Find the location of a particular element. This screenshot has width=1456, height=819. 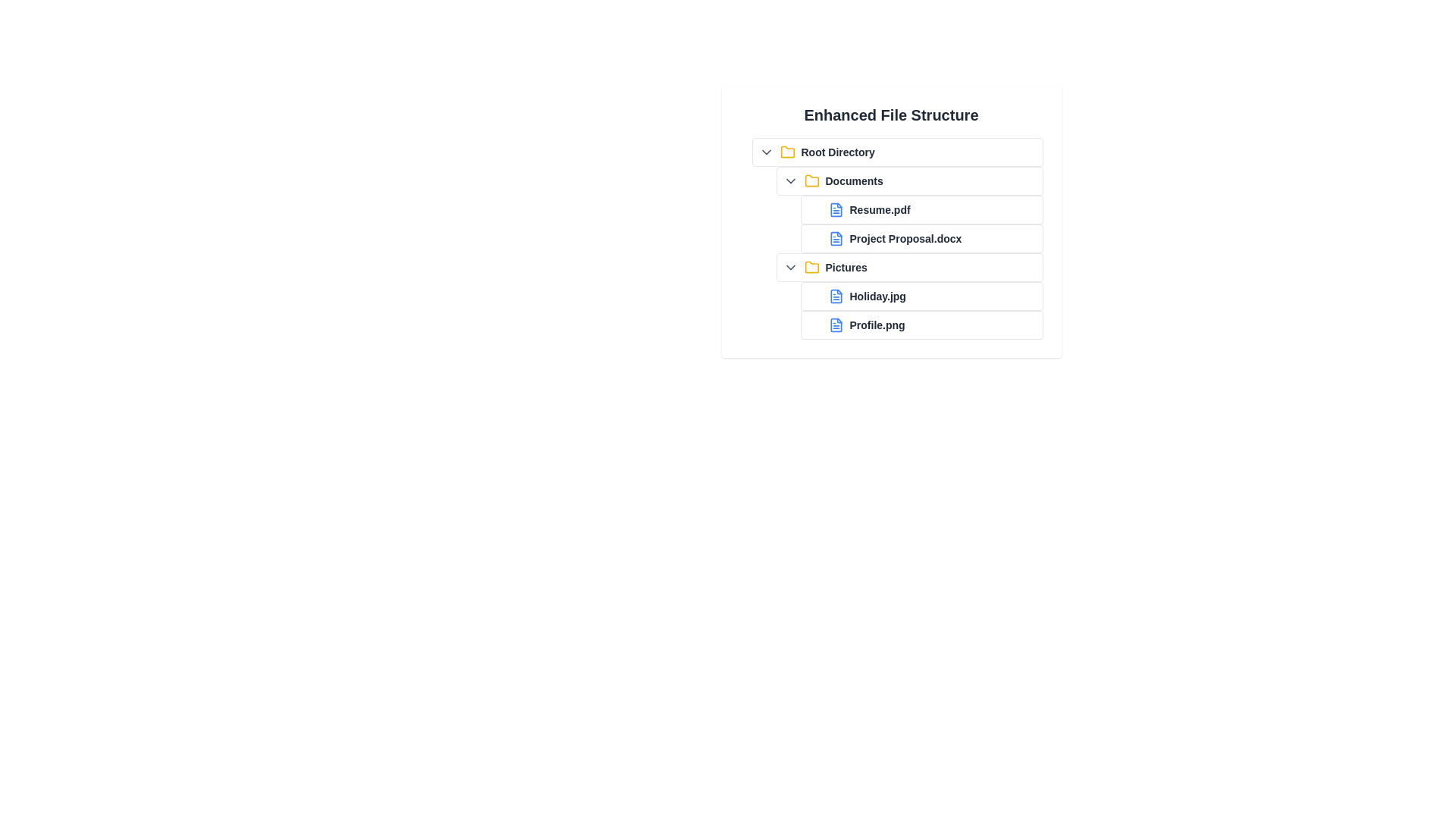

the text label displaying 'Resume.pdf' styled with a gray, bold font, located within the 'Documents' folder is located at coordinates (903, 210).